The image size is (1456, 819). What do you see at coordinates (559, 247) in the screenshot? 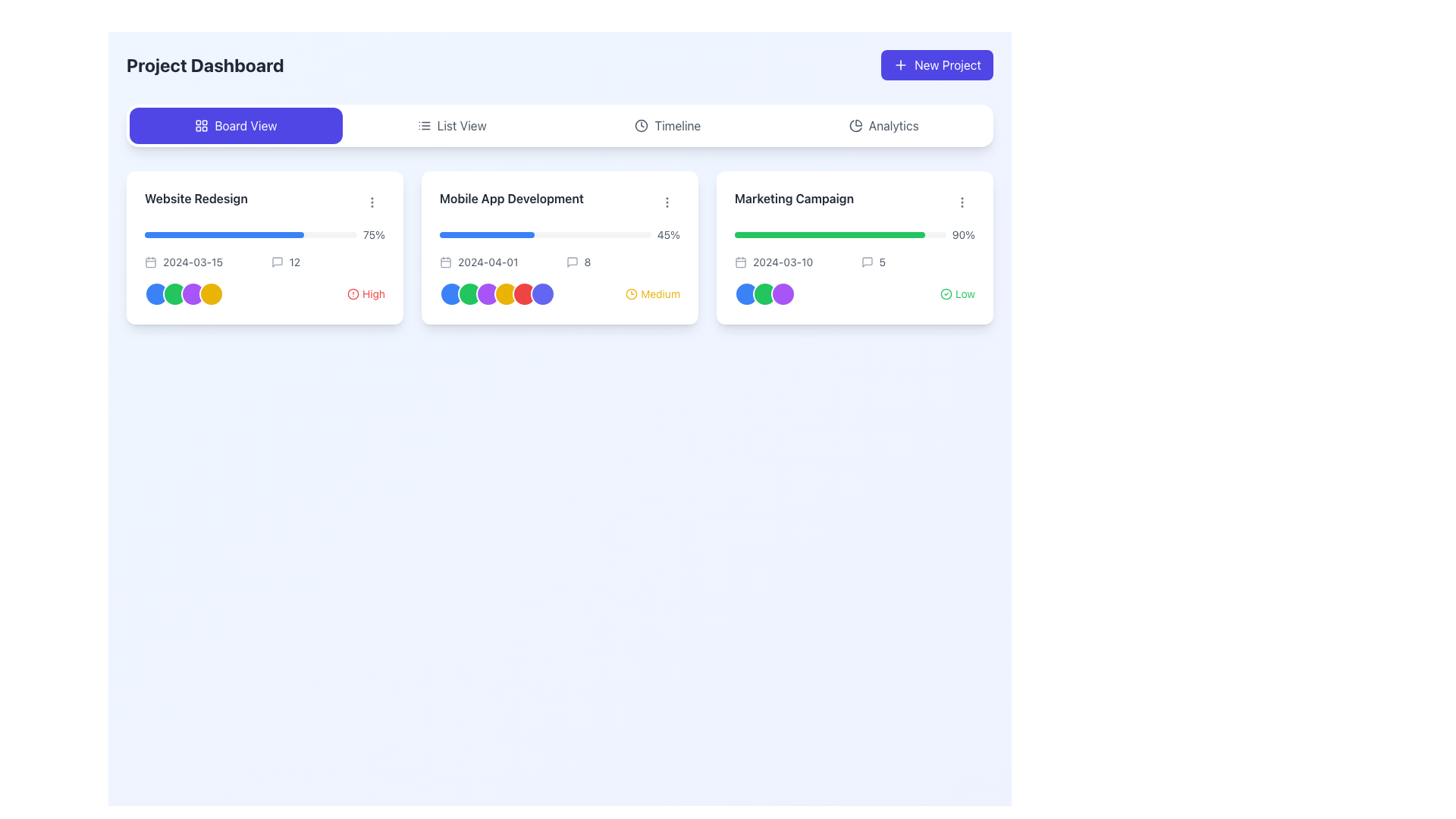
I see `the second interactive card in the grid layout` at bounding box center [559, 247].